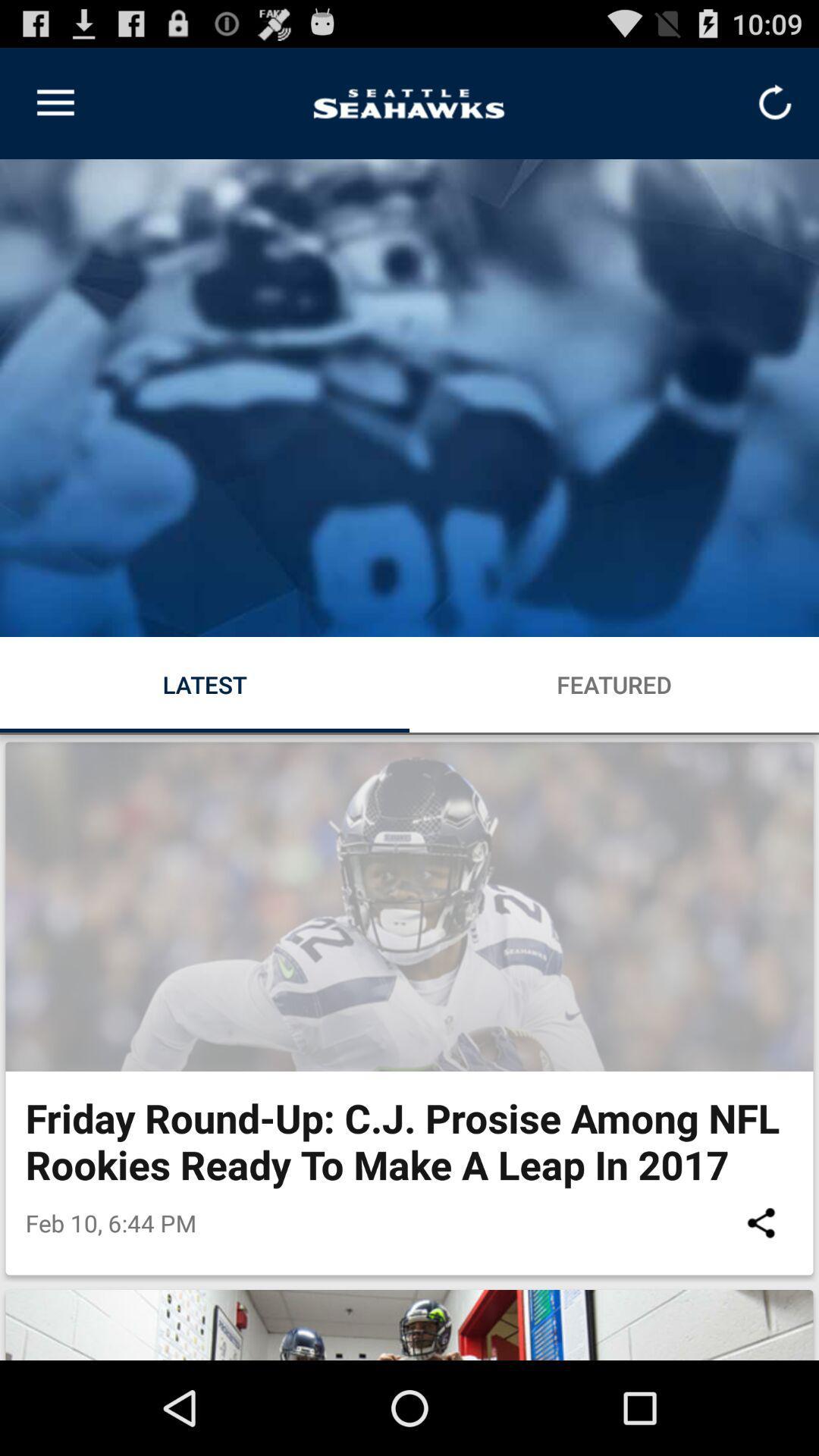  Describe the element at coordinates (55, 102) in the screenshot. I see `icon at the top left corner` at that location.